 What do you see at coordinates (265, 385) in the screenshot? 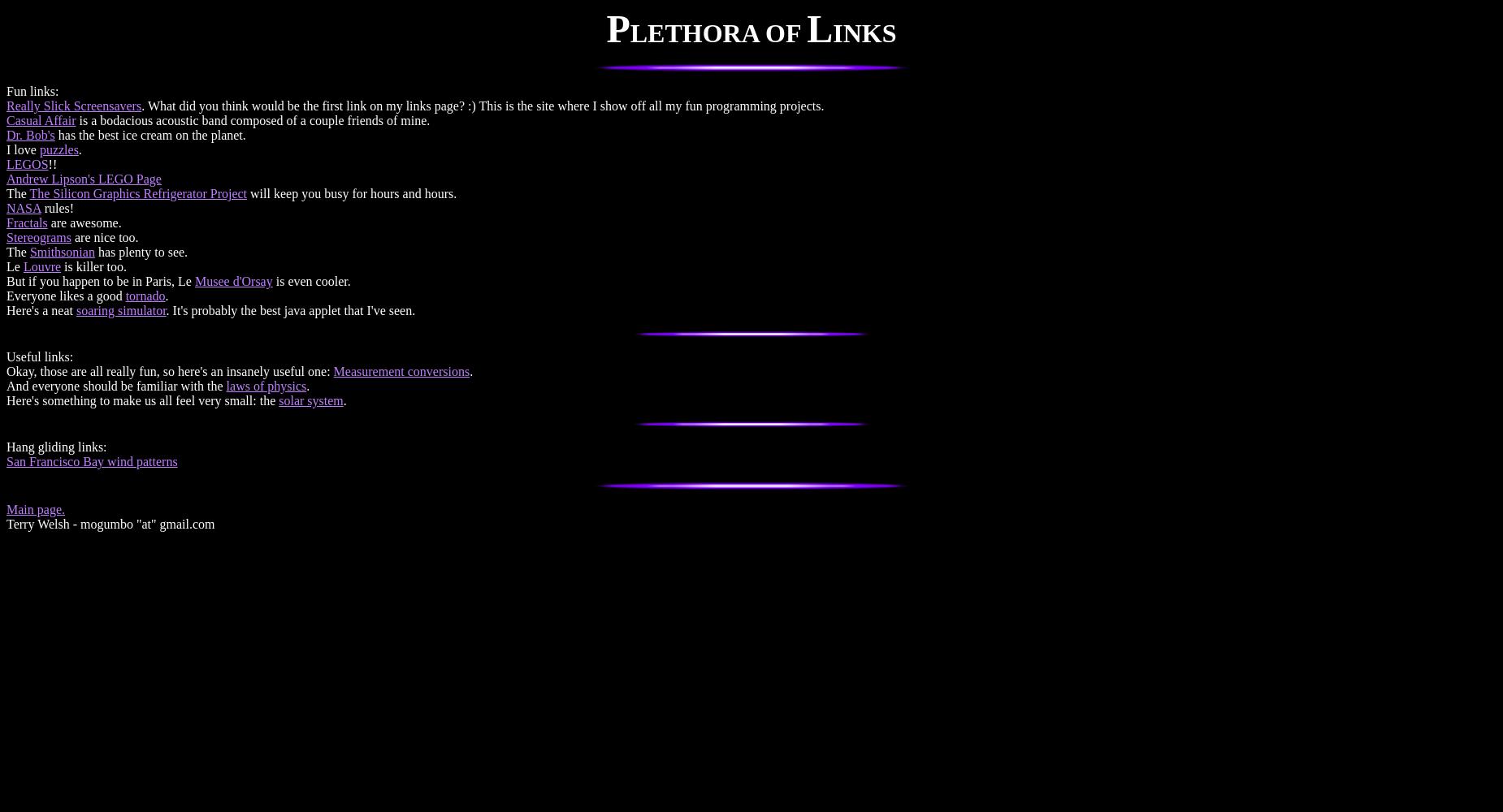
I see `'laws of physics'` at bounding box center [265, 385].